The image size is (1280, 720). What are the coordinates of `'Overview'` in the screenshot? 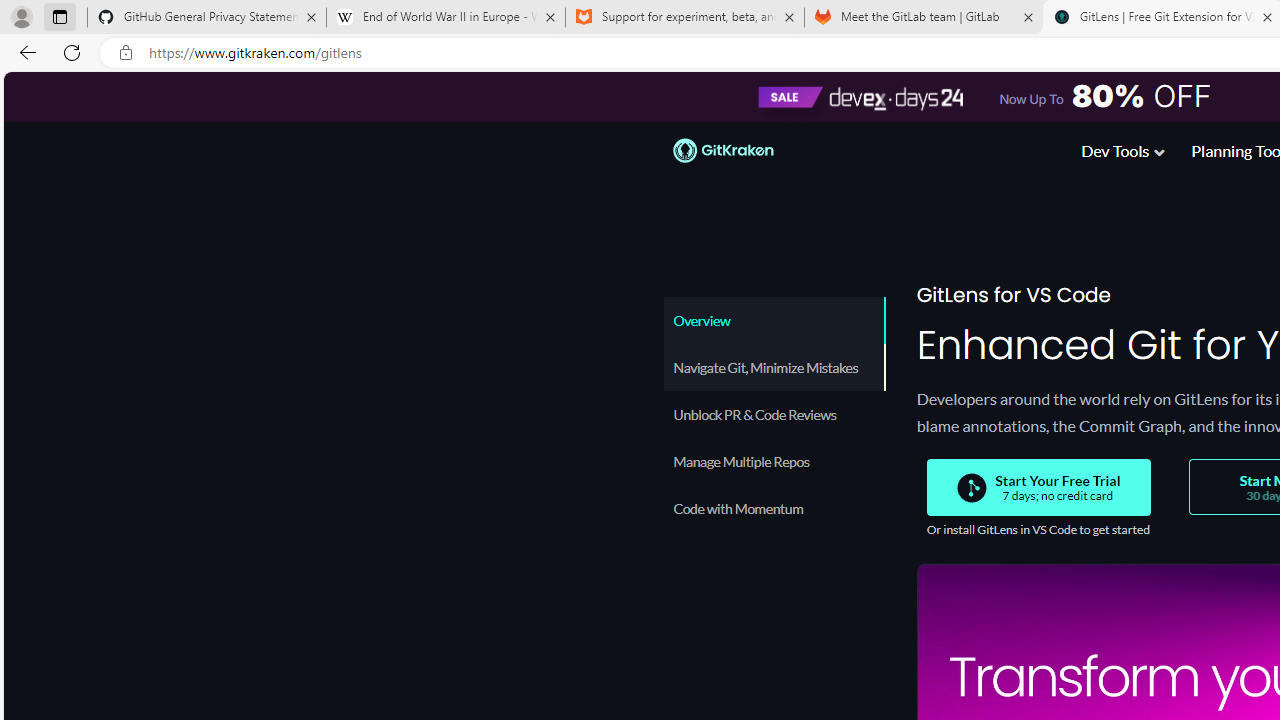 It's located at (773, 319).